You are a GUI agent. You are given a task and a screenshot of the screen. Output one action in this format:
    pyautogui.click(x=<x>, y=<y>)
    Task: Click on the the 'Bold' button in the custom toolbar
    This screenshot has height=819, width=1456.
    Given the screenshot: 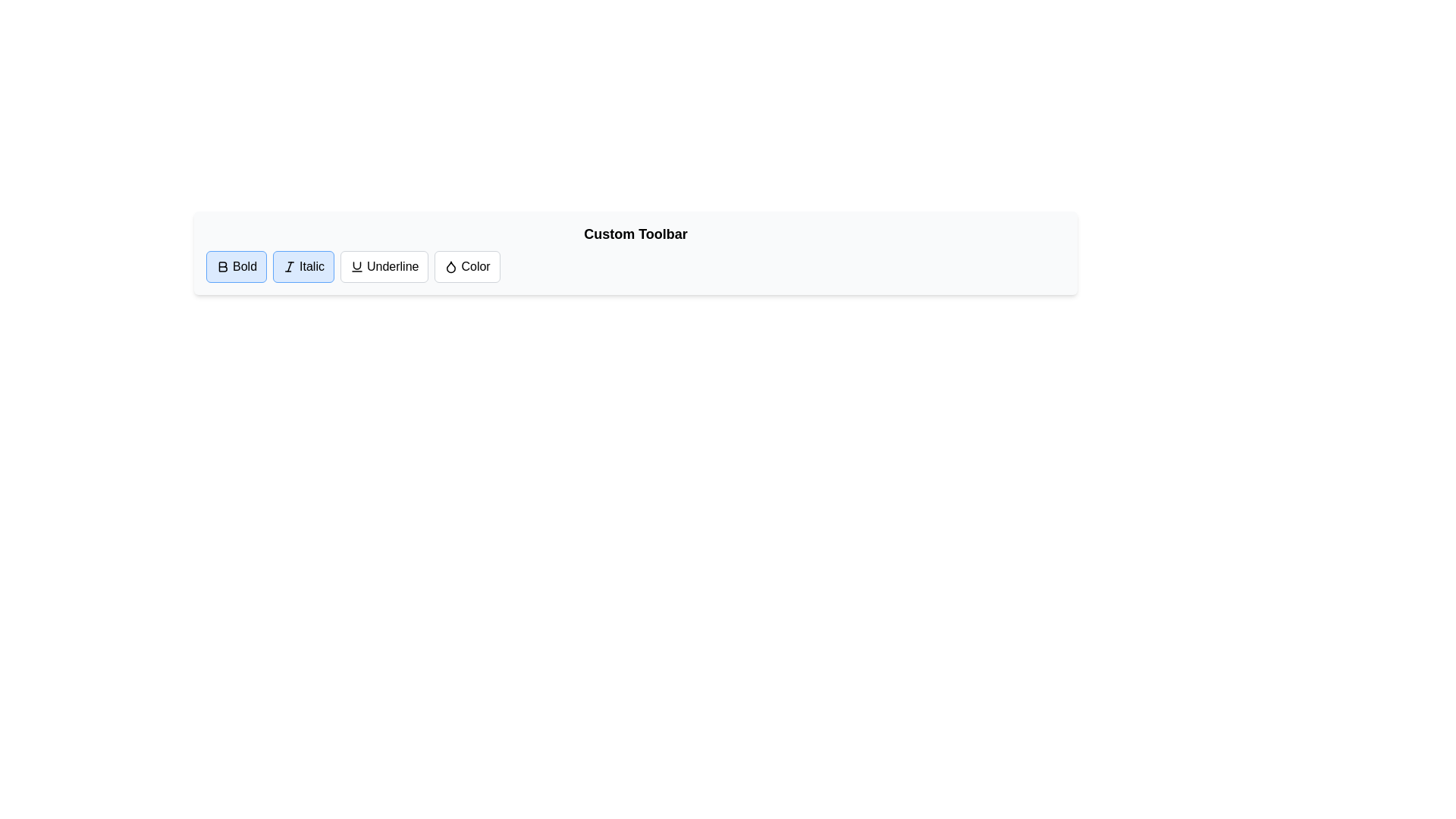 What is the action you would take?
    pyautogui.click(x=222, y=265)
    